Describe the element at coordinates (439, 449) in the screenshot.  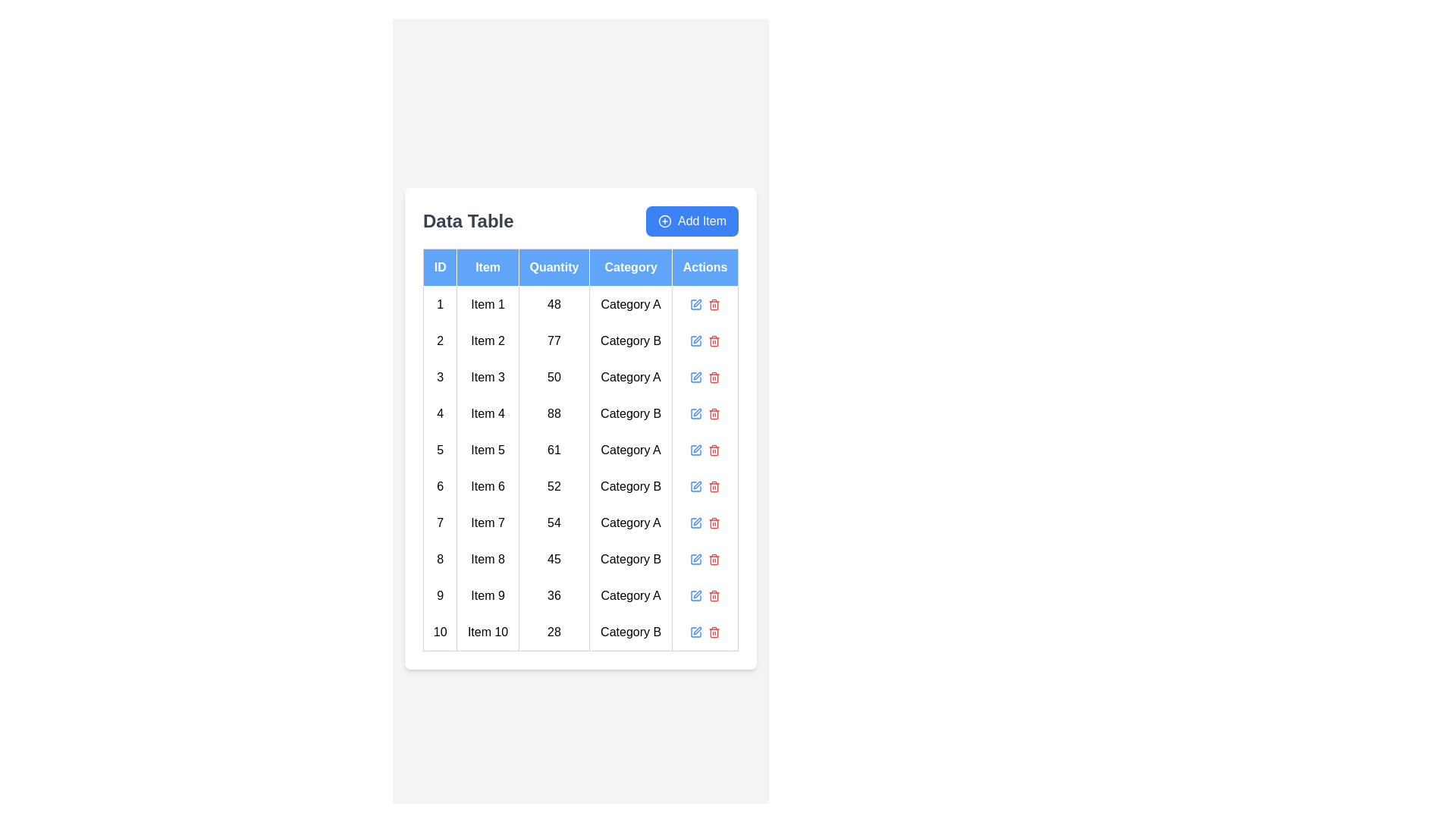
I see `the number '5' in bold black text located in the first column of the data table, specifically in the fifth row's leftmost cell` at that location.